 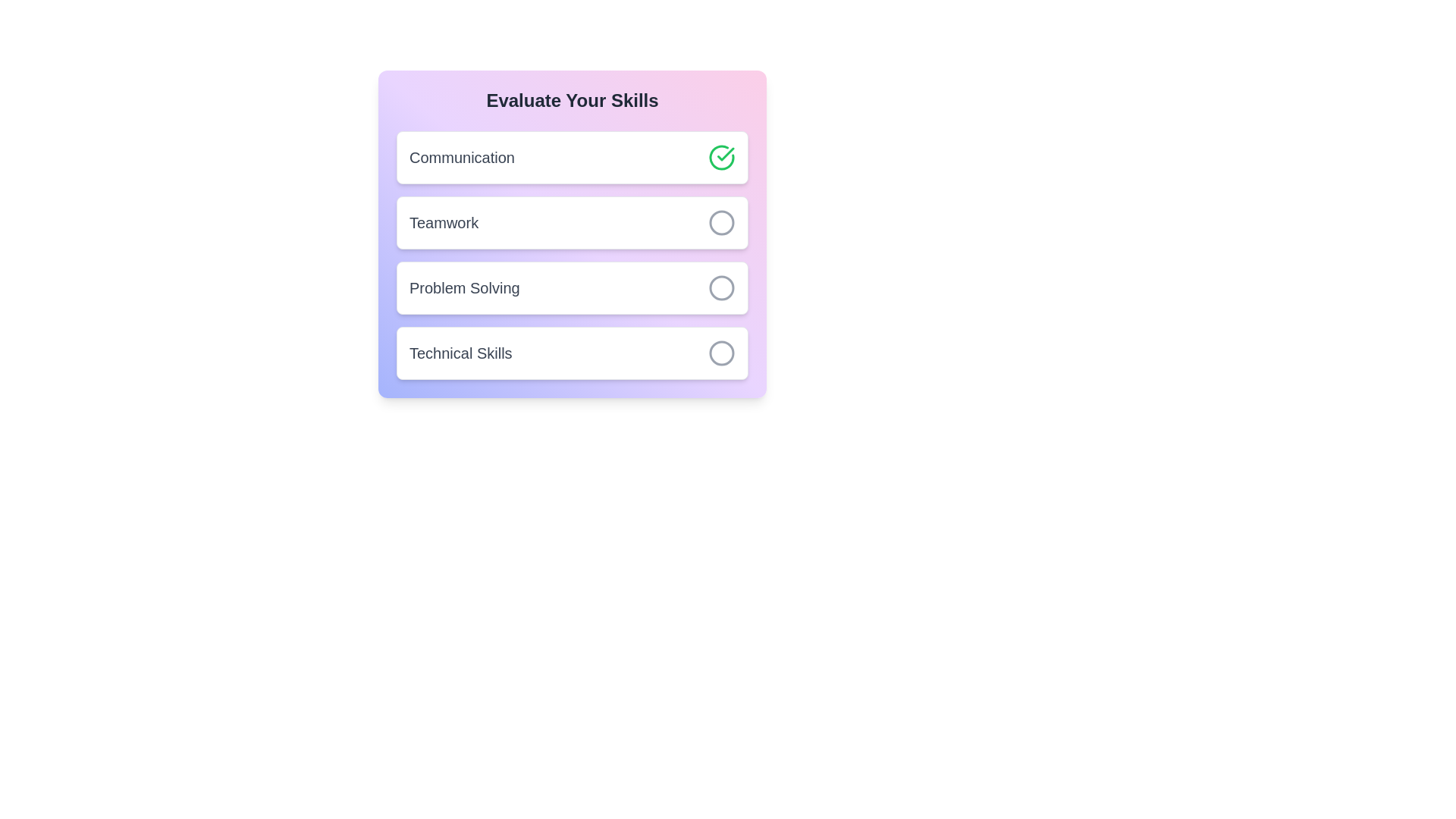 I want to click on the skill Communication by clicking its associated button, so click(x=720, y=158).